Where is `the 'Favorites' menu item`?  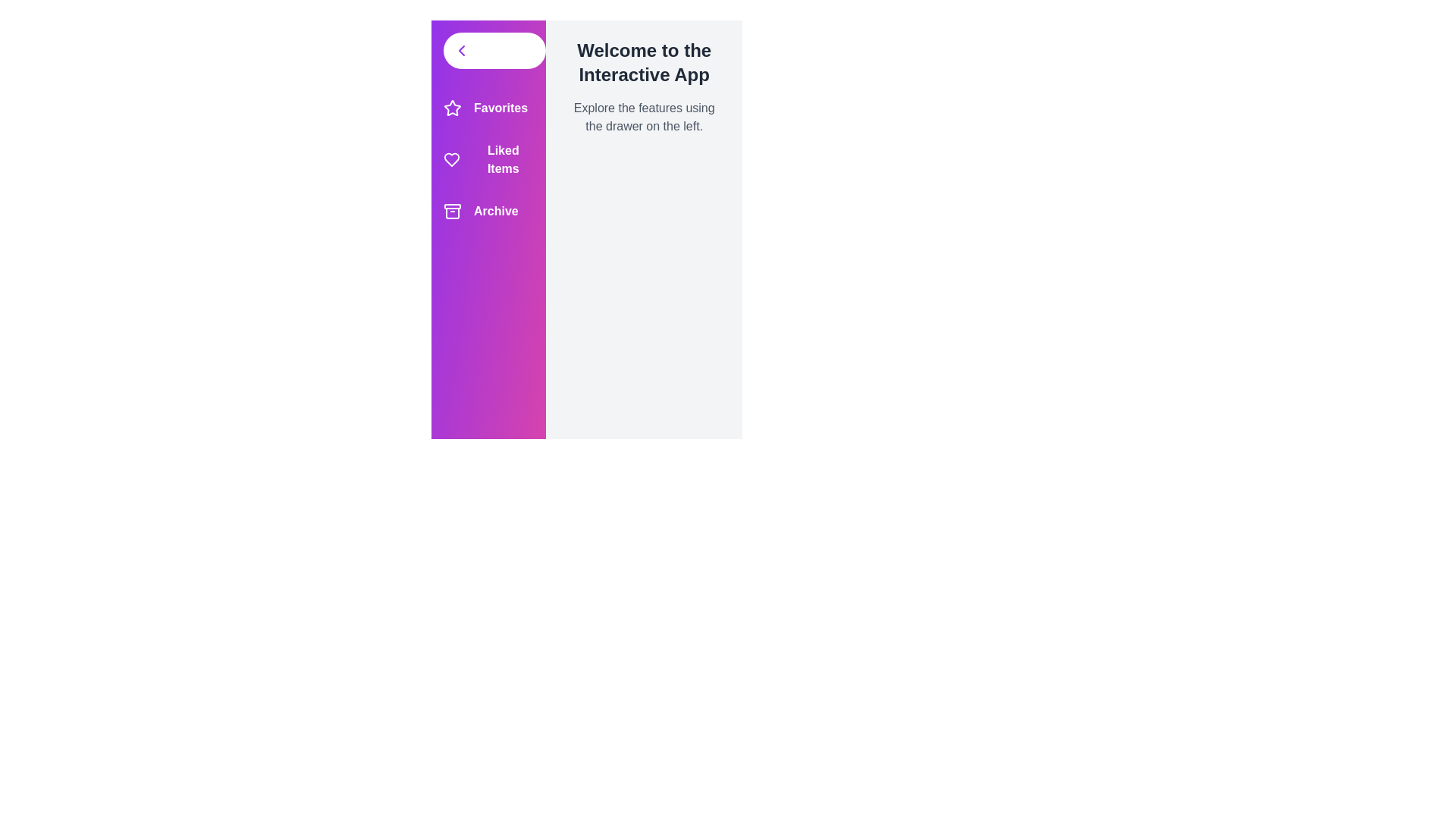
the 'Favorites' menu item is located at coordinates (488, 107).